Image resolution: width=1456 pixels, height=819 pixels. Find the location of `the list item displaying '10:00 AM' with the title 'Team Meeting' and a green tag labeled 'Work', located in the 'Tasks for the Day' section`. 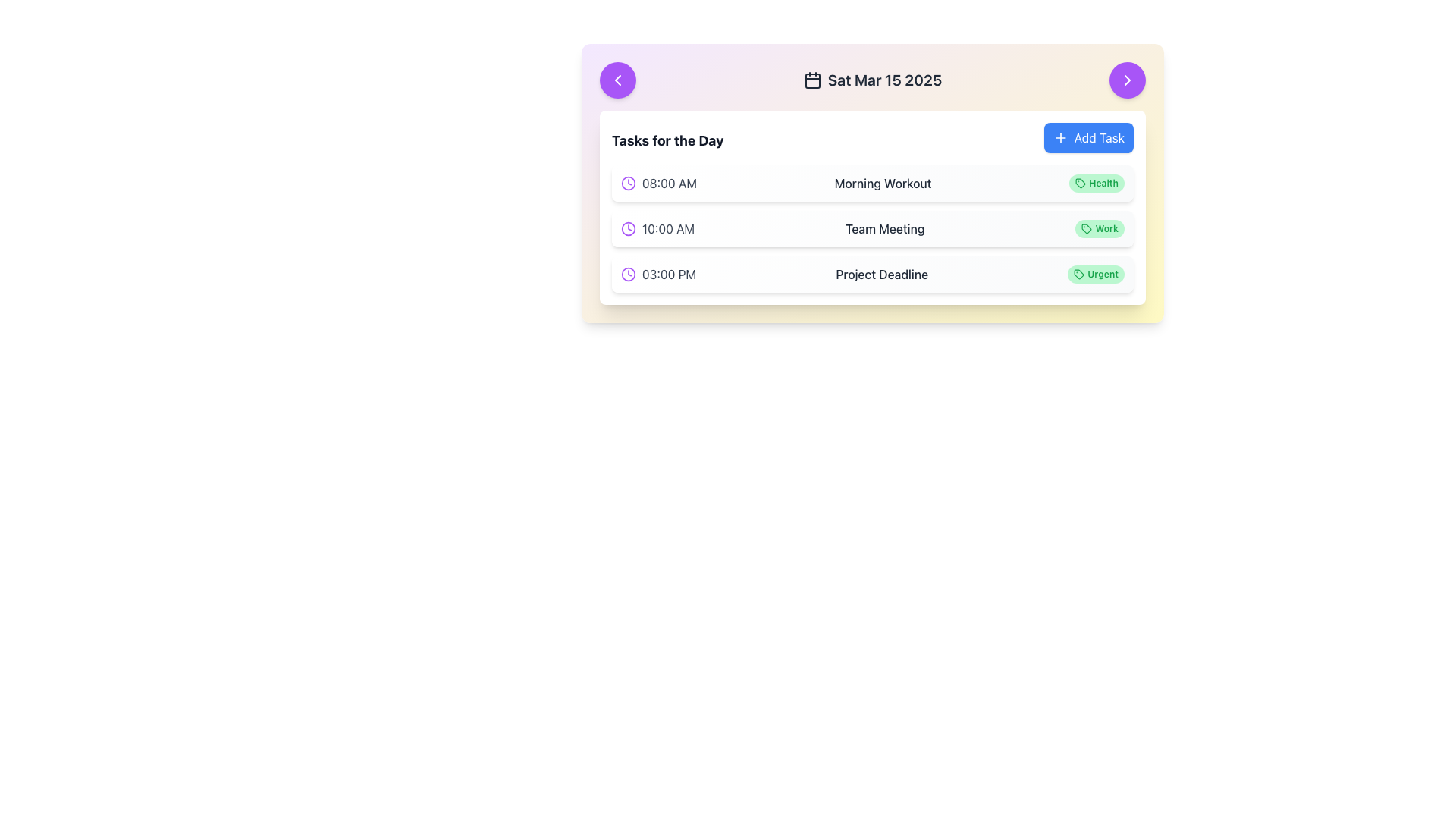

the list item displaying '10:00 AM' with the title 'Team Meeting' and a green tag labeled 'Work', located in the 'Tasks for the Day' section is located at coordinates (873, 228).